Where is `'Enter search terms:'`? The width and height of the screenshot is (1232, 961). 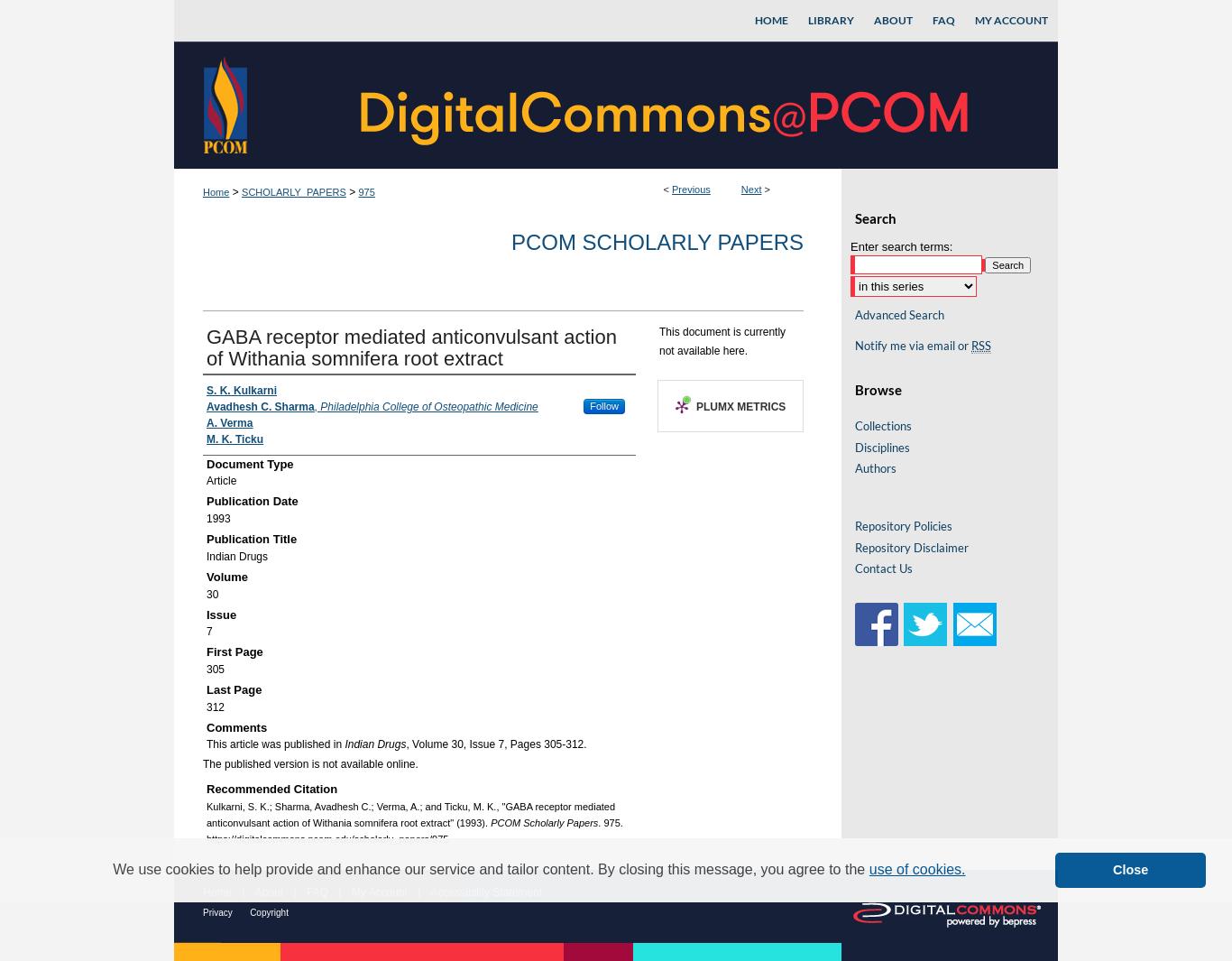
'Enter search terms:' is located at coordinates (901, 245).